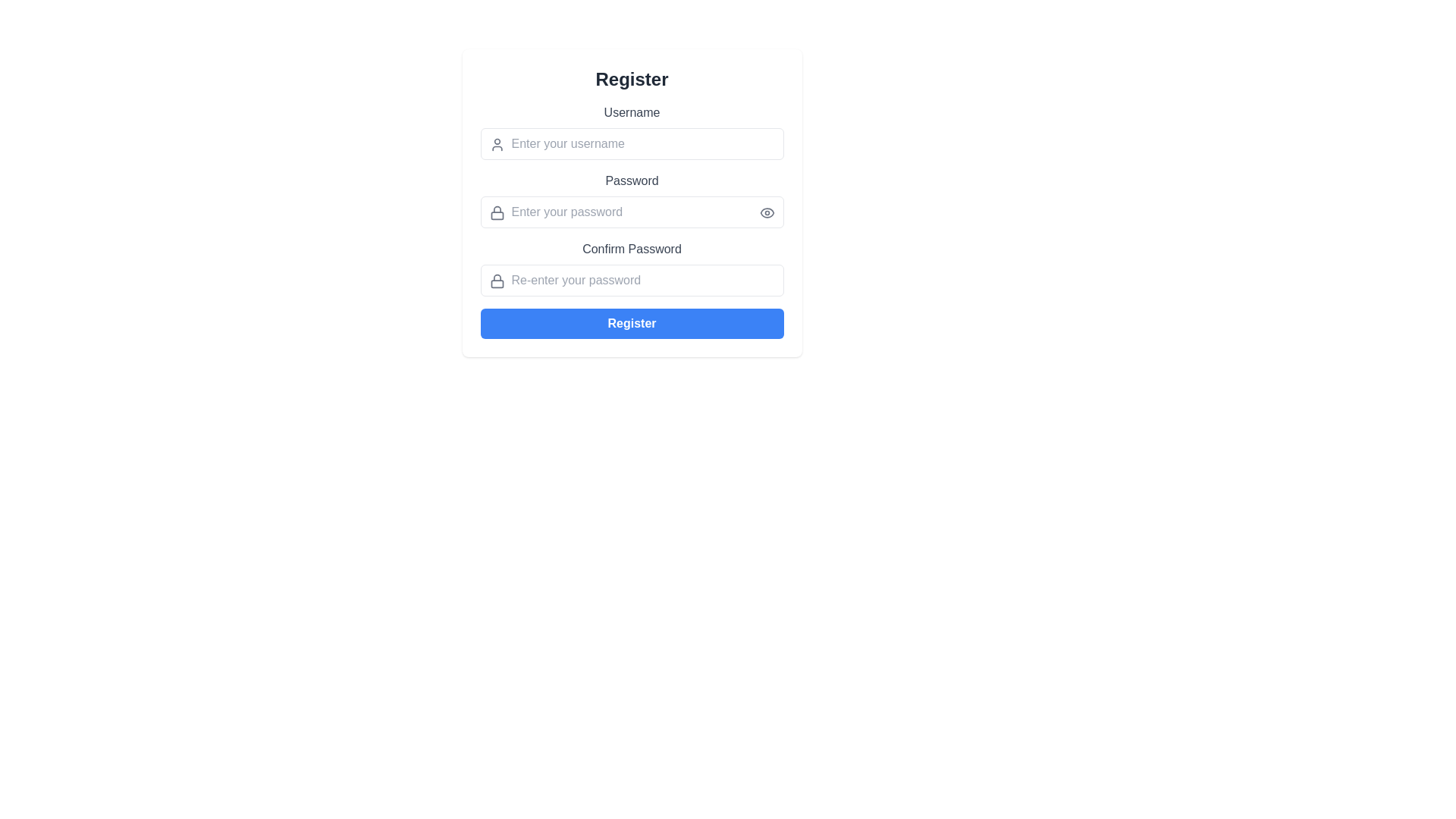  I want to click on the icon located at the left edge of the username input field, which visually represents the purpose of the input, so click(497, 145).